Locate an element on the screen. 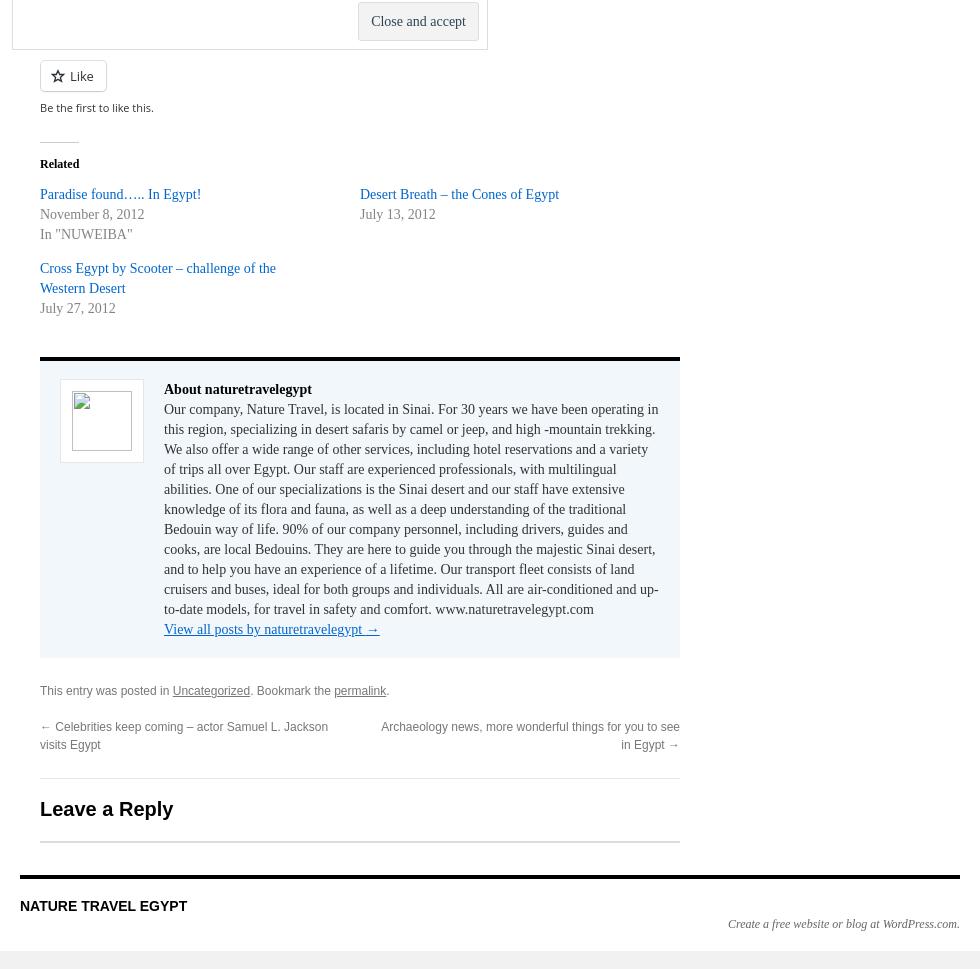 The width and height of the screenshot is (980, 969). '. Bookmark the' is located at coordinates (292, 689).